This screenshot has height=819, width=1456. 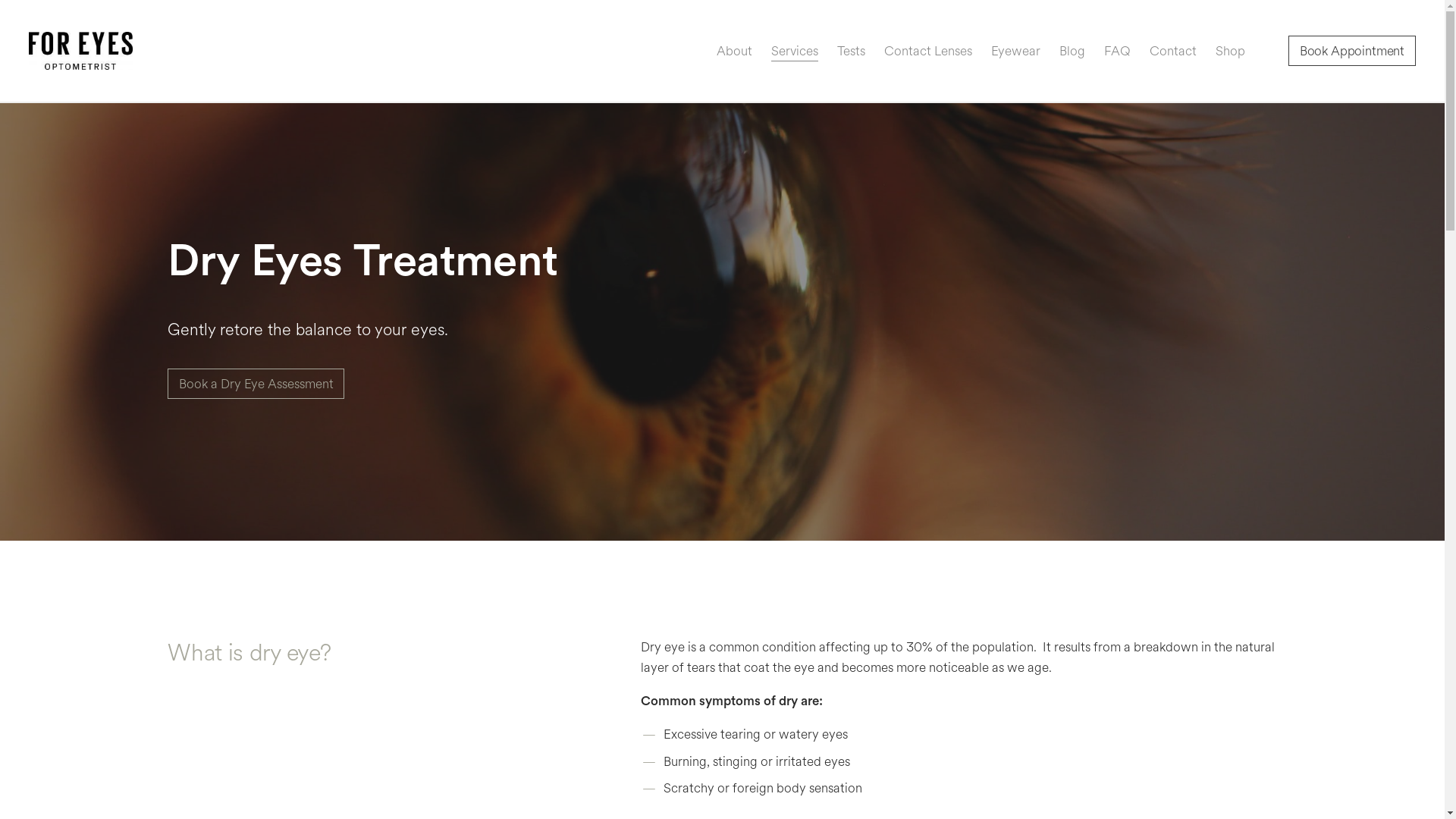 I want to click on 'FAQ', so click(x=1103, y=50).